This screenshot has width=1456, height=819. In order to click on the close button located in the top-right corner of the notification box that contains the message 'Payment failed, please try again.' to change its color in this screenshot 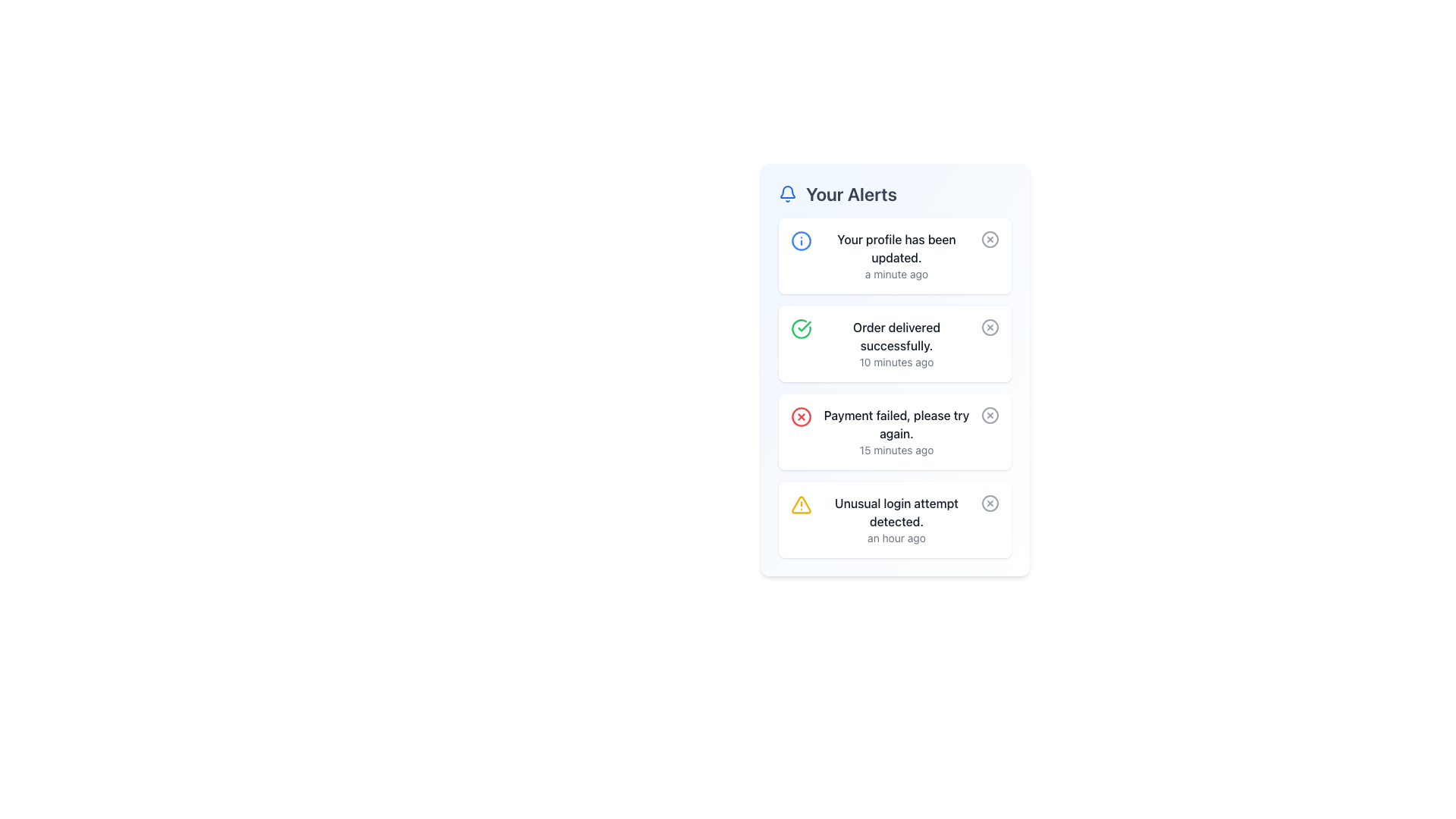, I will do `click(990, 415)`.